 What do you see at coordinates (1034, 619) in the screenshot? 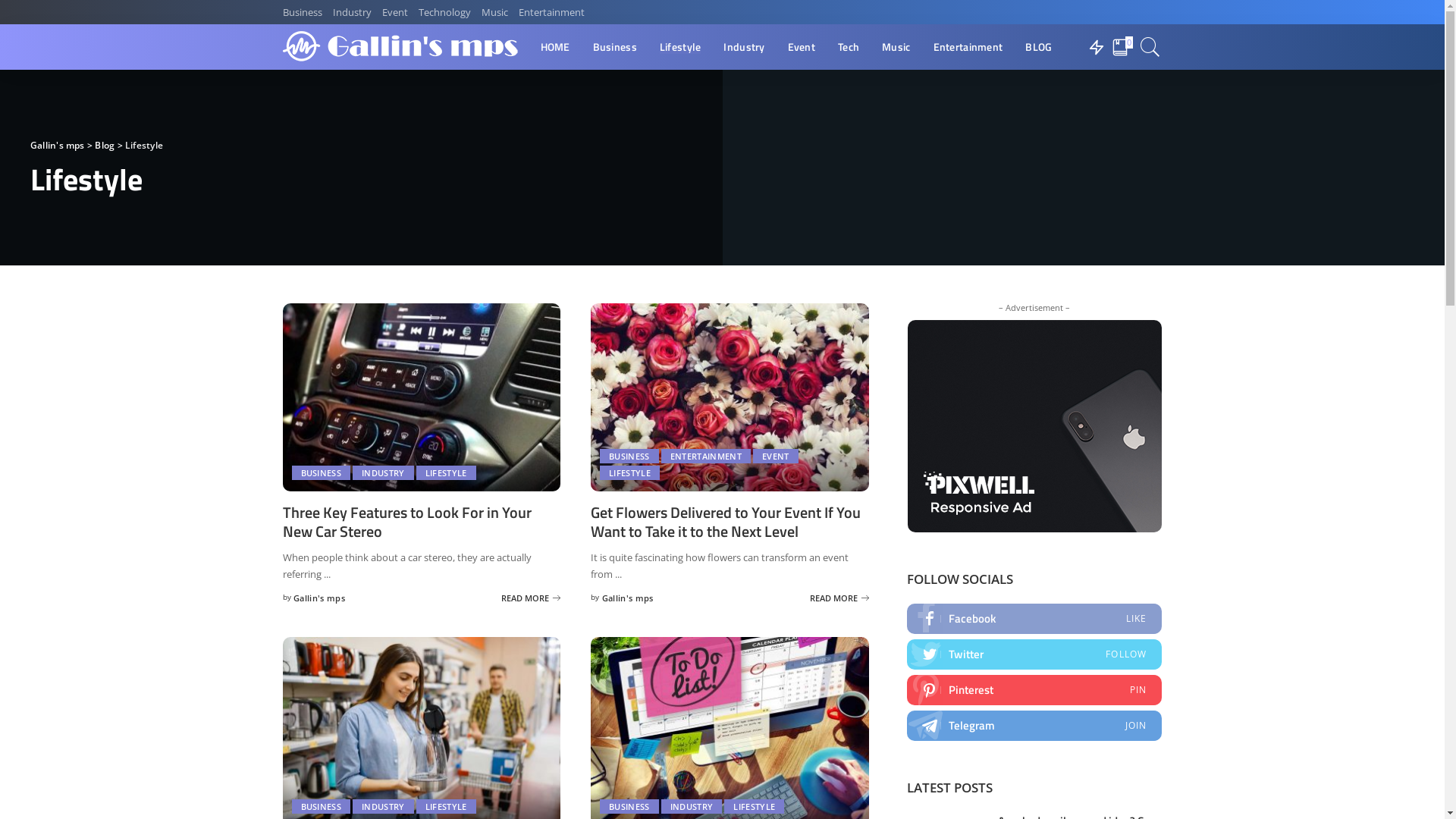
I see `'Facebook'` at bounding box center [1034, 619].